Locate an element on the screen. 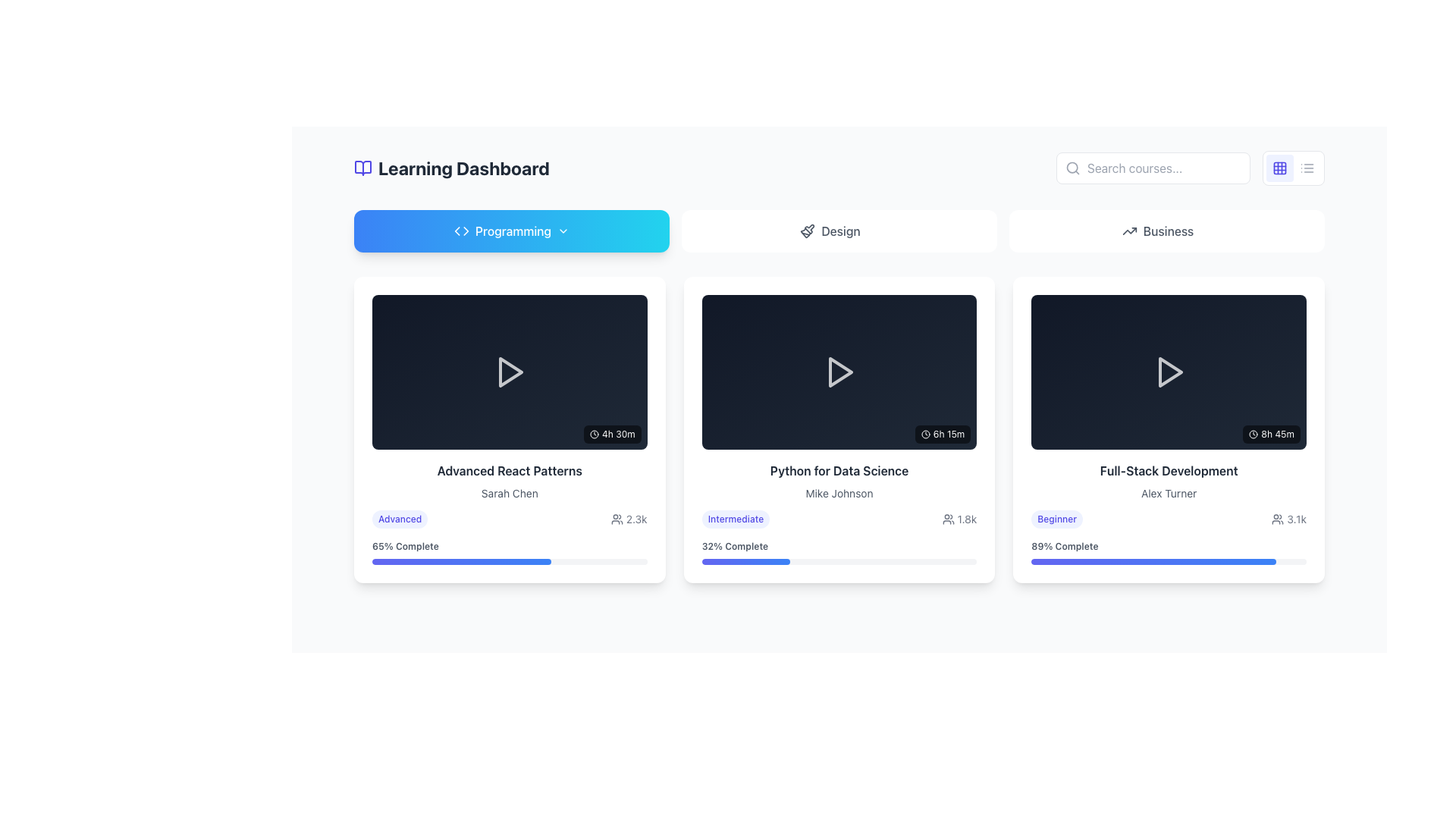  the SVG graphic of a paintbrush icon, which is the leftmost icon in the 'Design' group, positioned next to the 'Design' label is located at coordinates (807, 231).